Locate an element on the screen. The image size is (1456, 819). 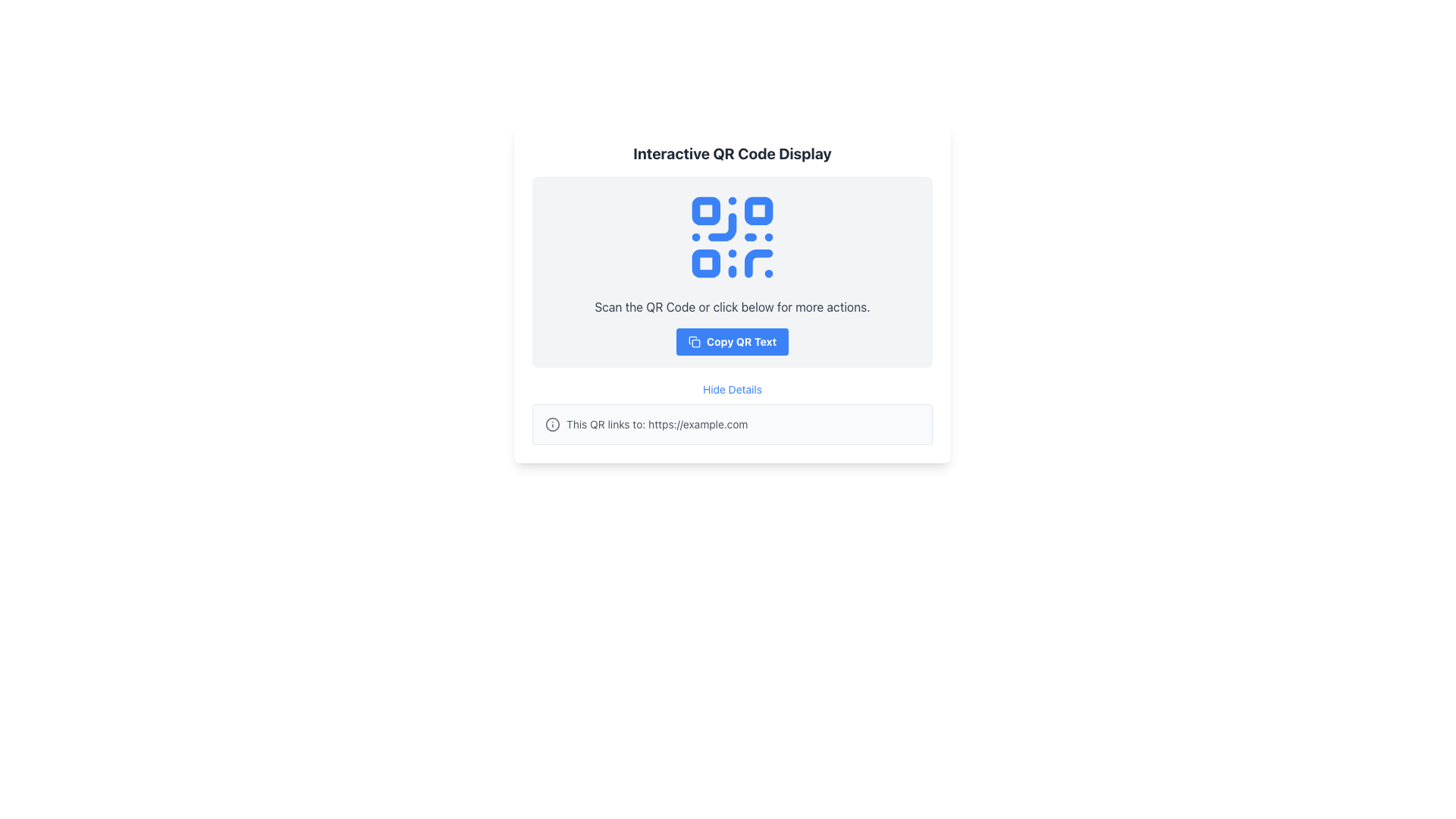
the Interactive Text Link located above the description text block to trigger the underline effect is located at coordinates (732, 388).